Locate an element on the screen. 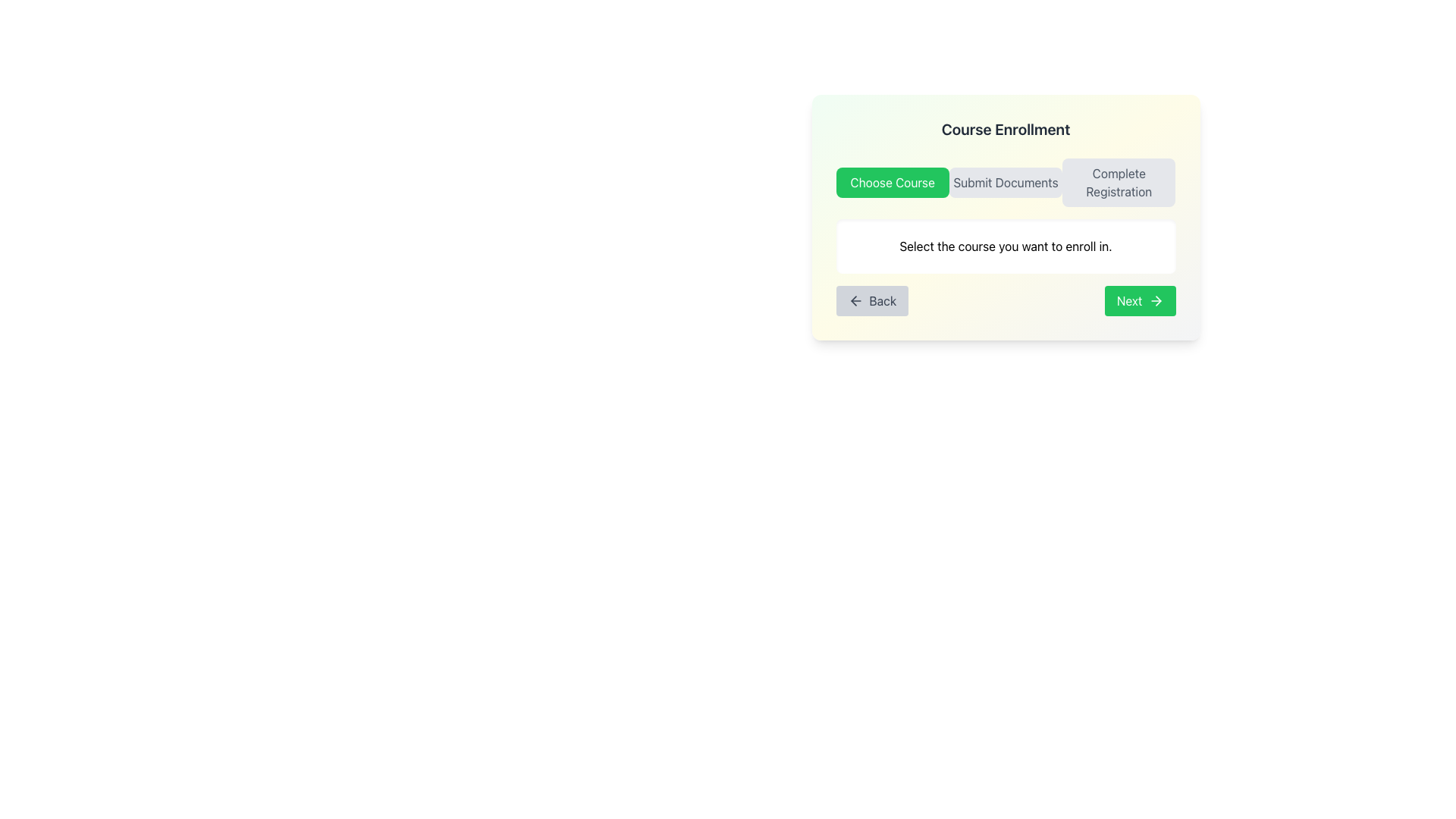 The width and height of the screenshot is (1456, 819). the back navigation button located at the bottom-left of the 'Course Enrollment' form to activate hover effects is located at coordinates (872, 301).